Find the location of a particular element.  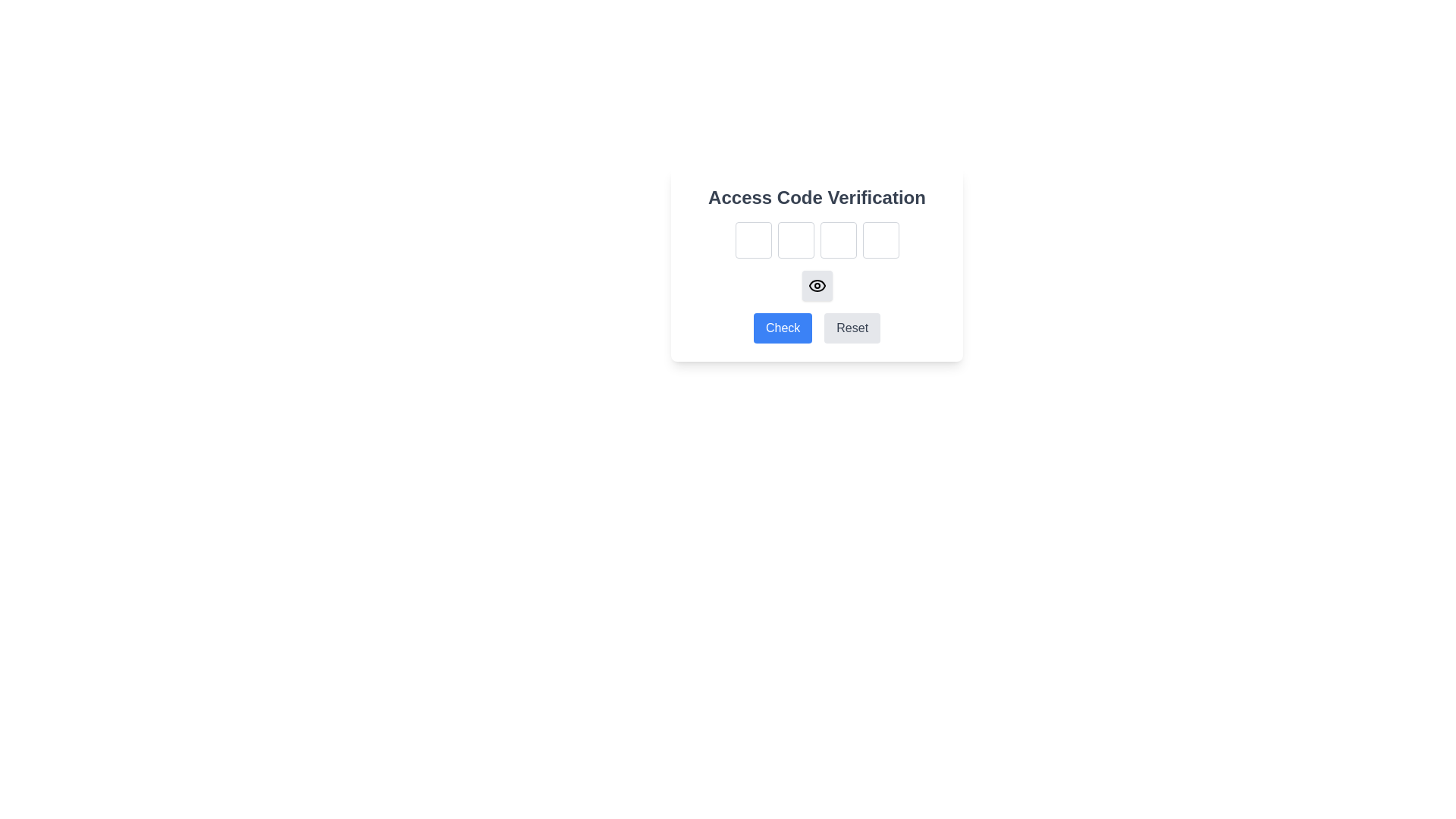

the 'Reset' button, which is a rectangular button with rounded corners, light gray background, and dark gray text, located to the right of the 'Check' button is located at coordinates (852, 327).